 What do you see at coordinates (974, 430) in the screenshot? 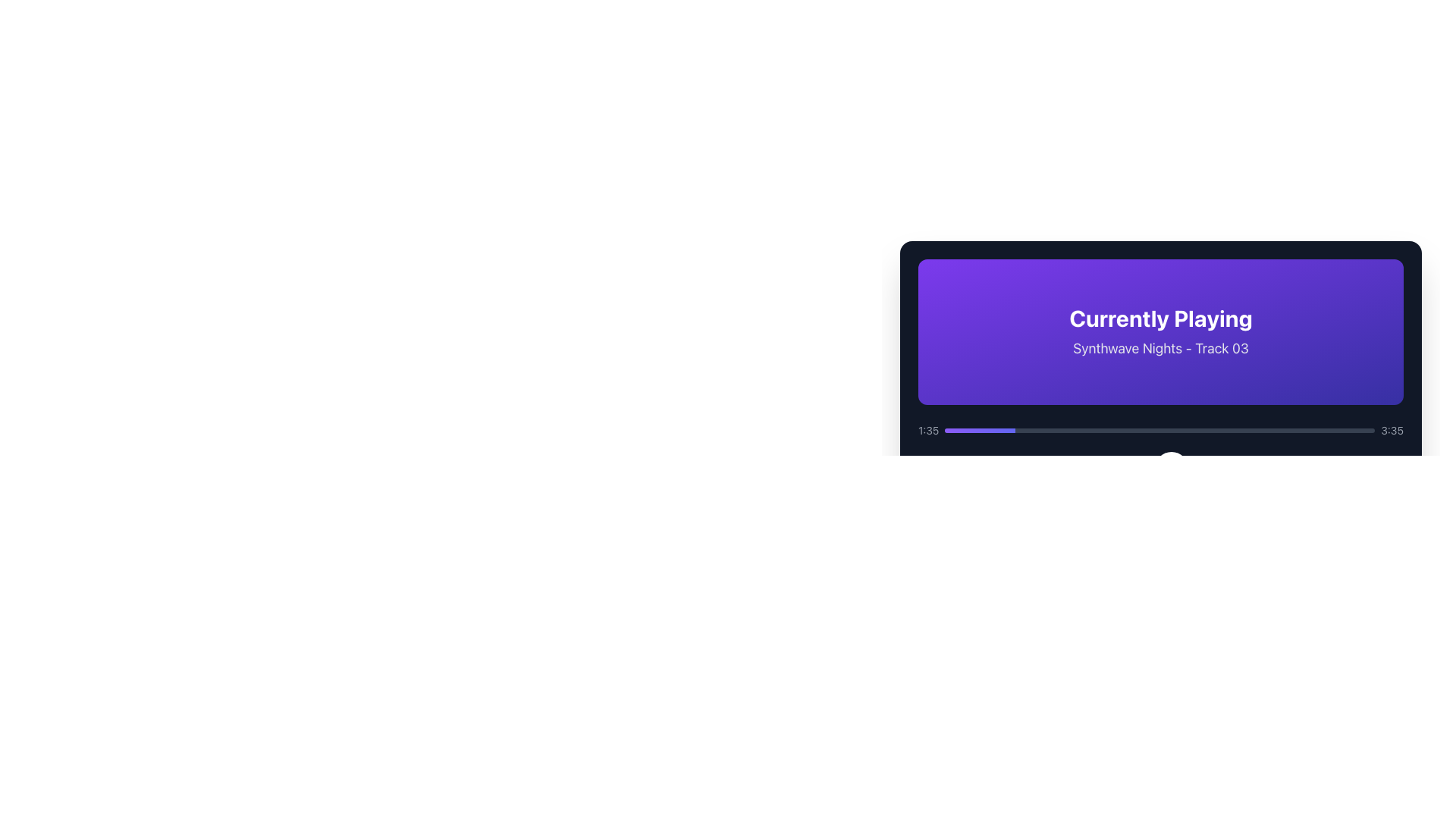
I see `the playback position` at bounding box center [974, 430].